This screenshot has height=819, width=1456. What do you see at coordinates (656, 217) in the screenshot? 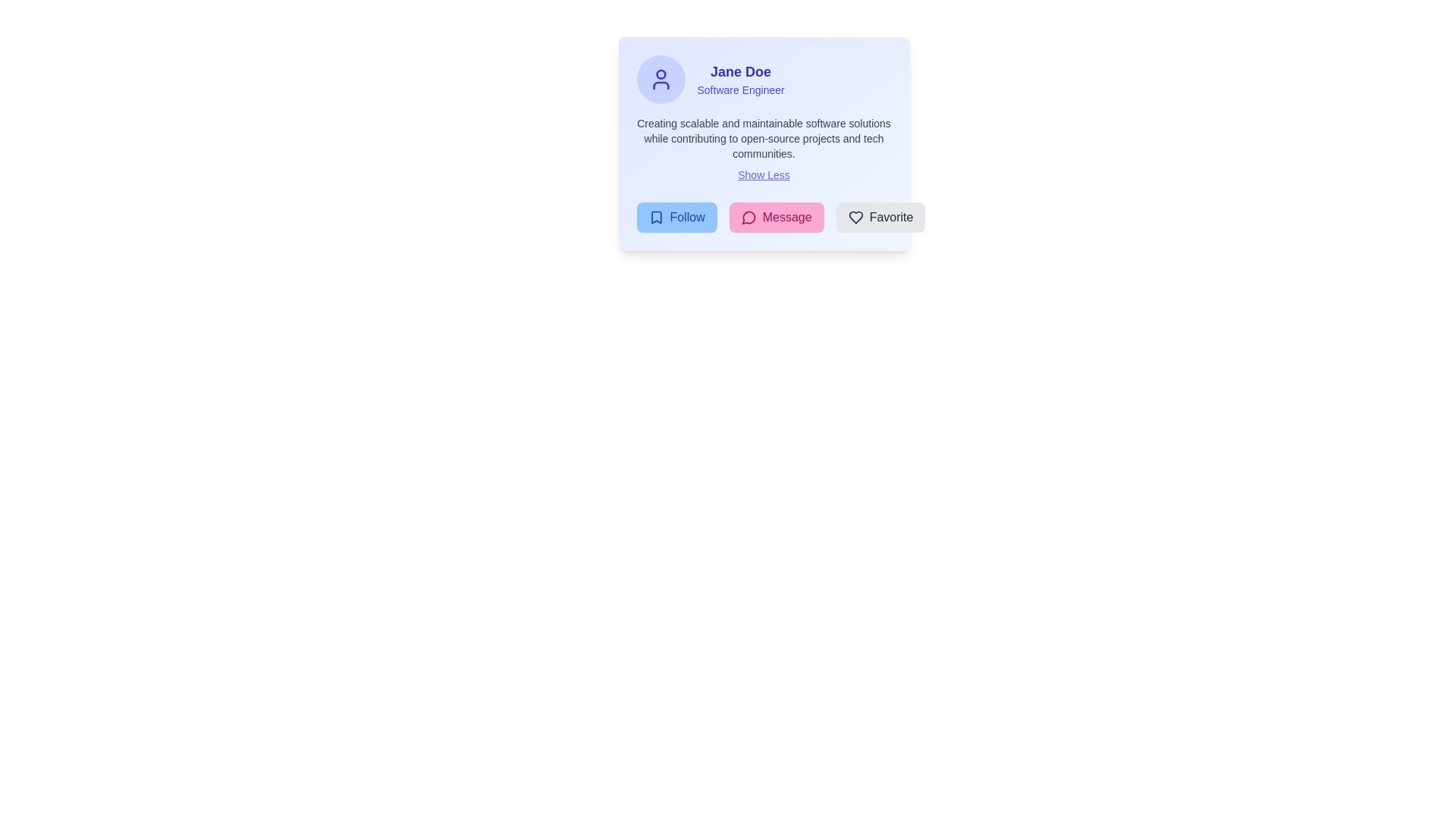
I see `the decorative icon positioned to the left of the 'Follow' button, located in the bottom-left corner of the user information card` at bounding box center [656, 217].